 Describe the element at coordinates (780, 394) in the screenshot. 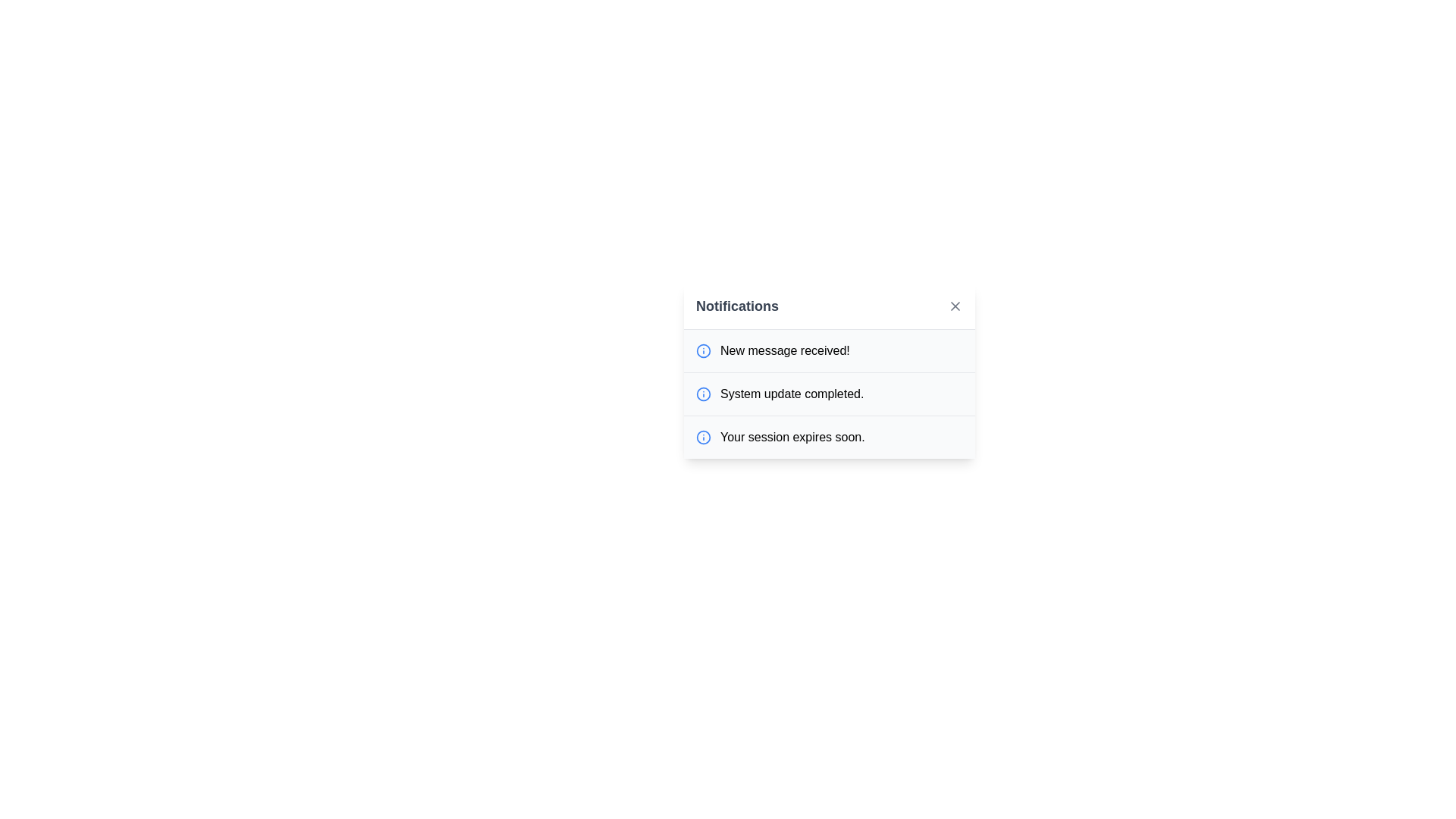

I see `the second notification item that contains the message 'System update completed.' and has an informational icon with a blue border` at that location.